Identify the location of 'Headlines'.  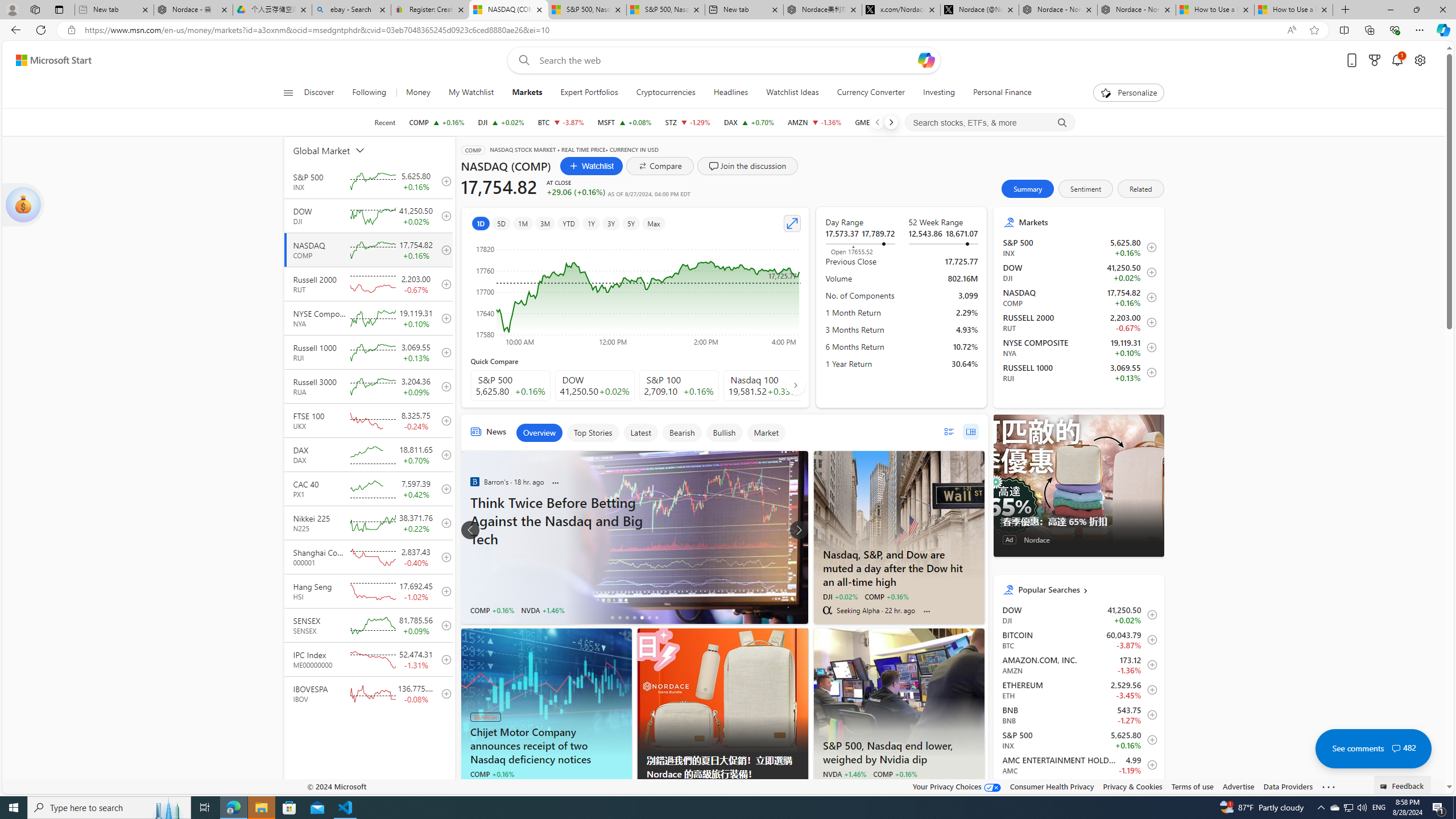
(730, 92).